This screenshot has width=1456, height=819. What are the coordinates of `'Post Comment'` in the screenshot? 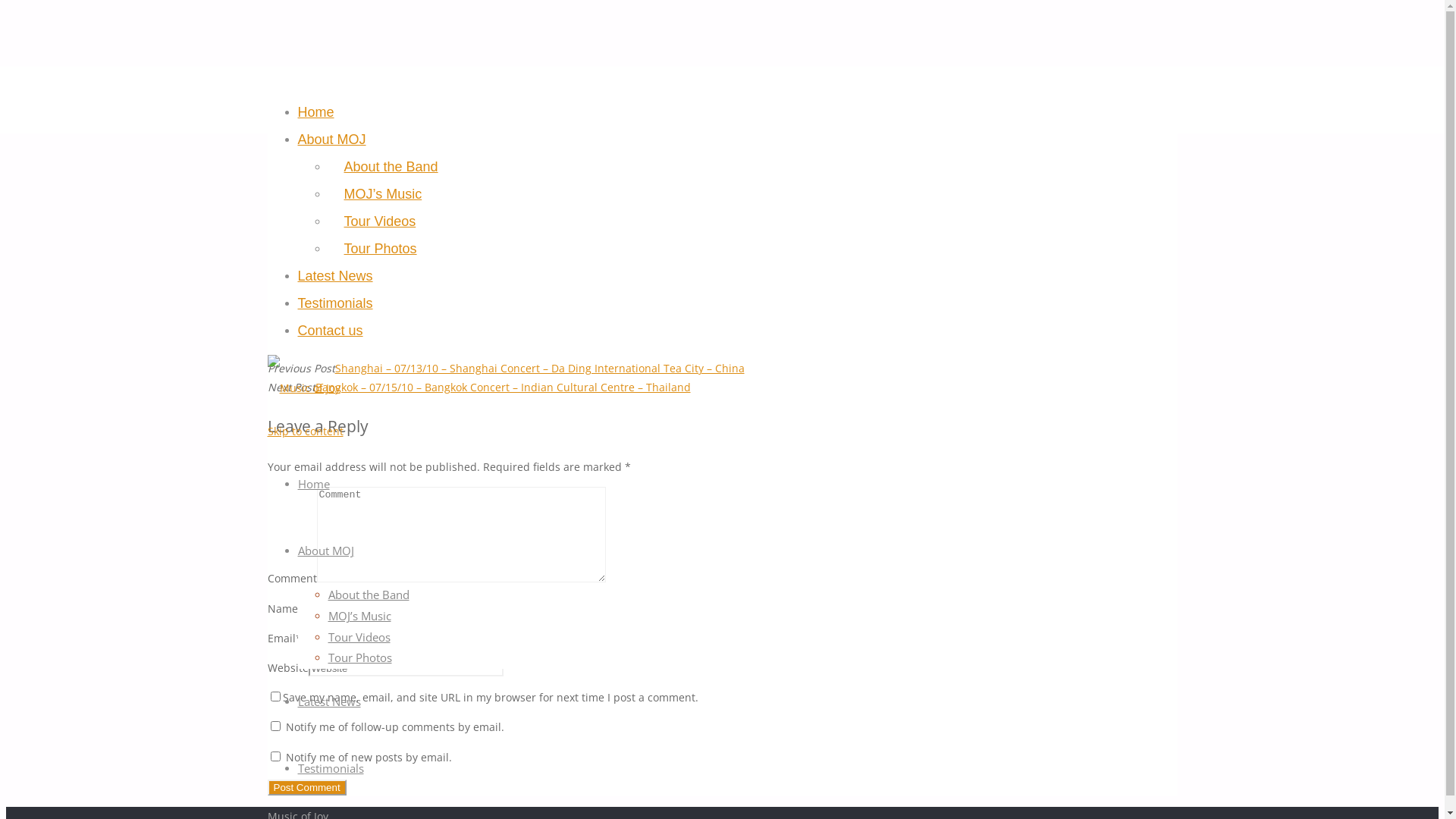 It's located at (305, 786).